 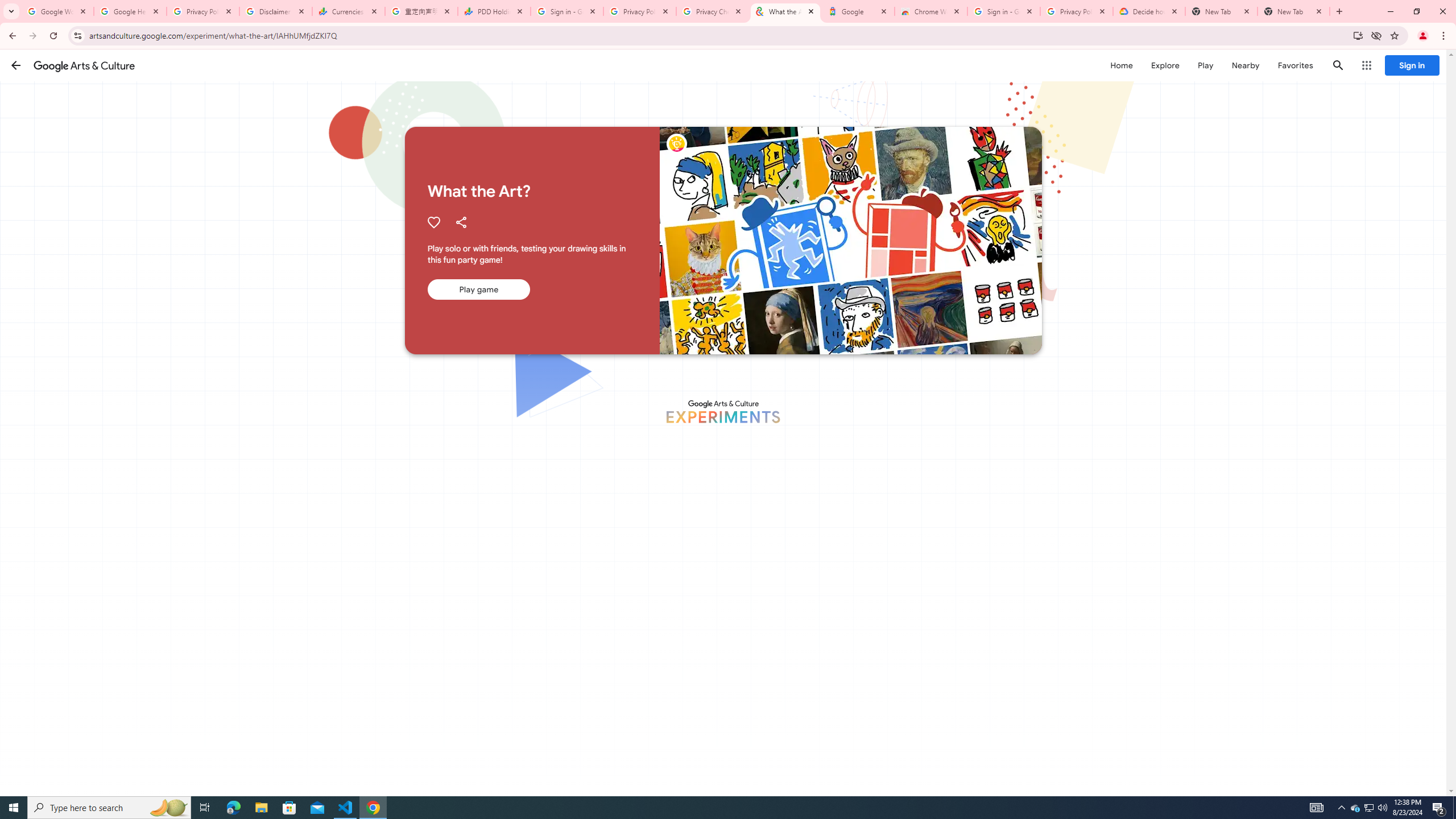 I want to click on 'Authenticate to favorite this asset.', so click(x=433, y=222).